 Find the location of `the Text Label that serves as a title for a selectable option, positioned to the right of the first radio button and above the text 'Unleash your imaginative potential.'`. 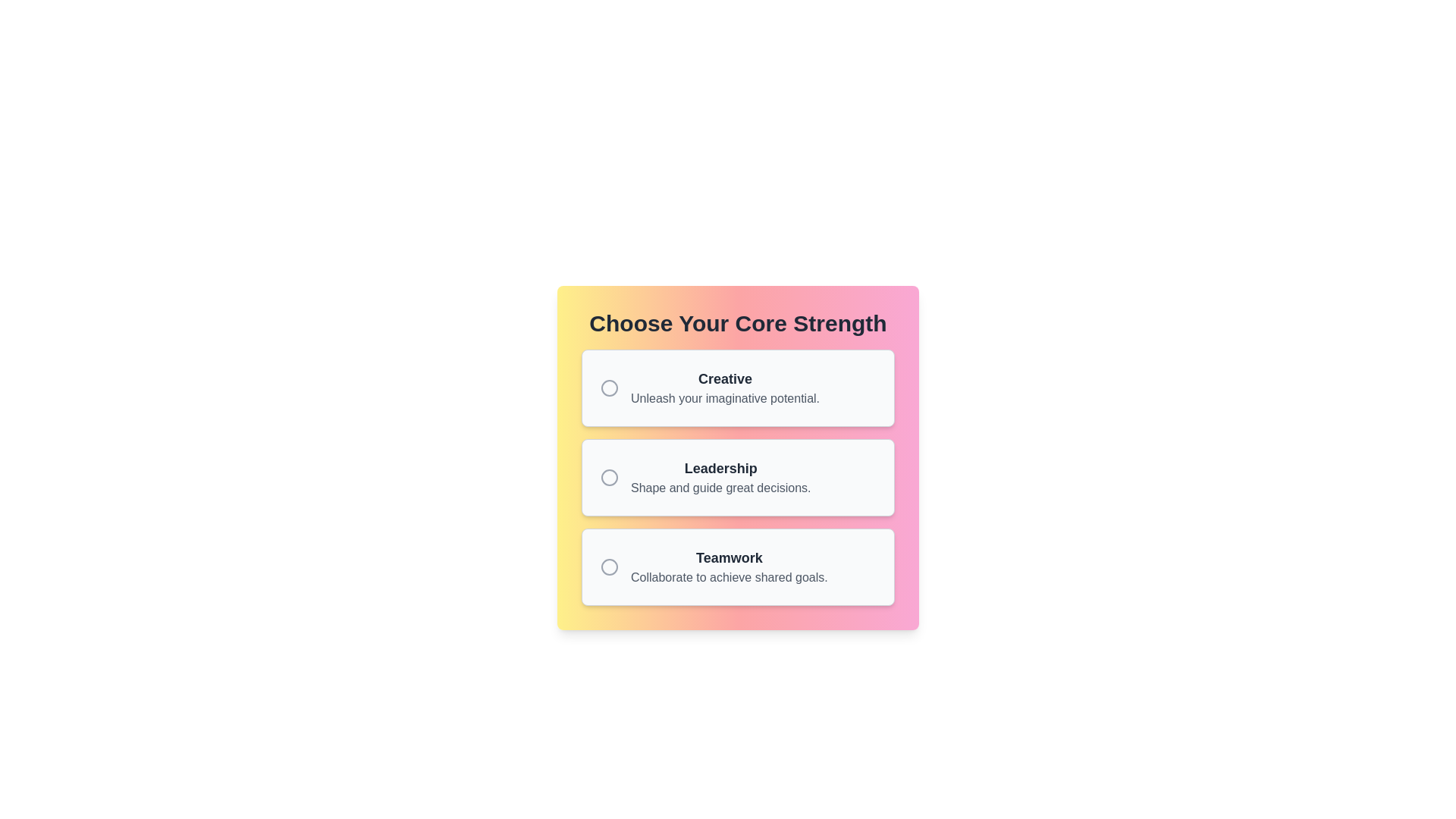

the Text Label that serves as a title for a selectable option, positioned to the right of the first radio button and above the text 'Unleash your imaginative potential.' is located at coordinates (724, 378).